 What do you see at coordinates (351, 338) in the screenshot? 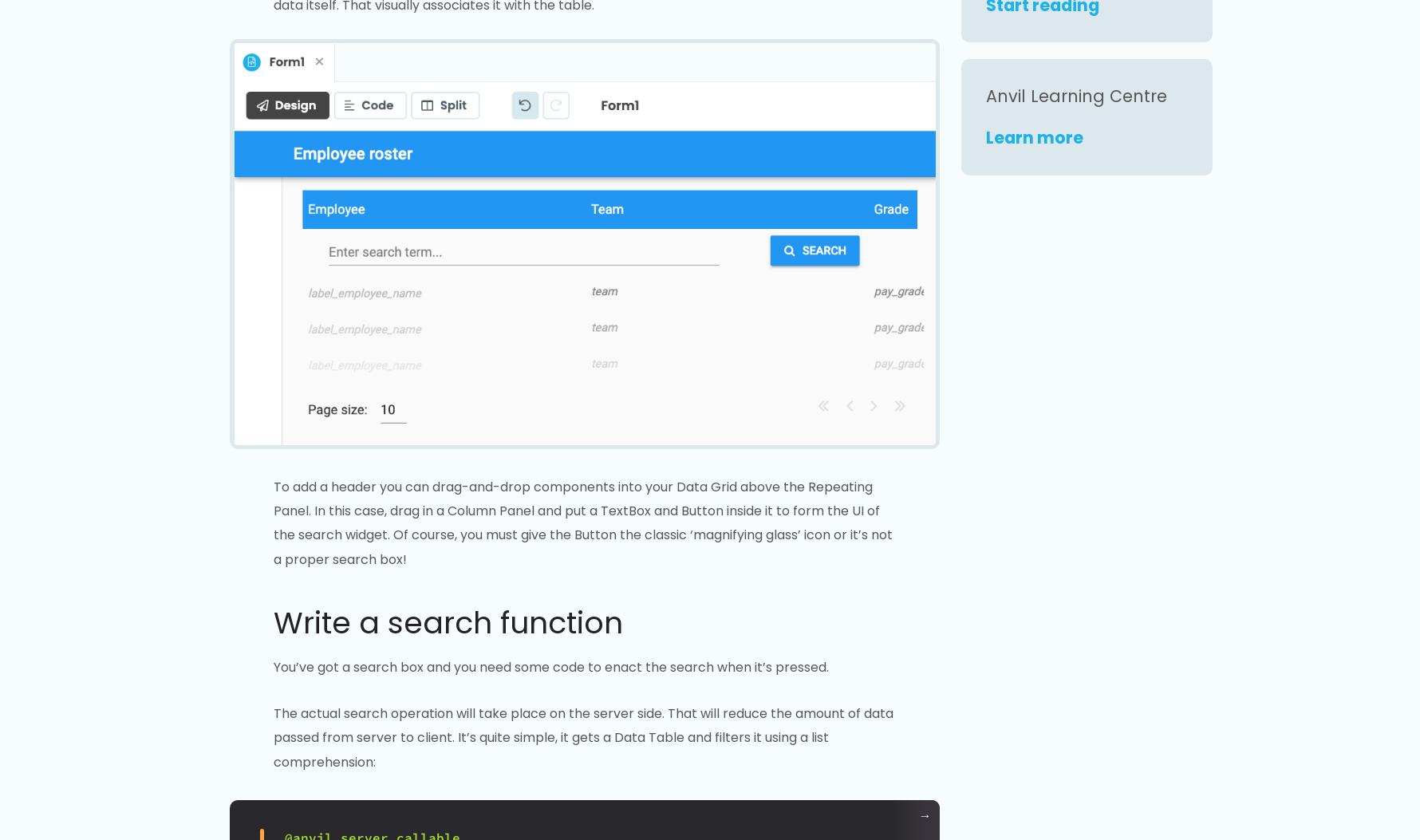
I see `'Getting started'` at bounding box center [351, 338].